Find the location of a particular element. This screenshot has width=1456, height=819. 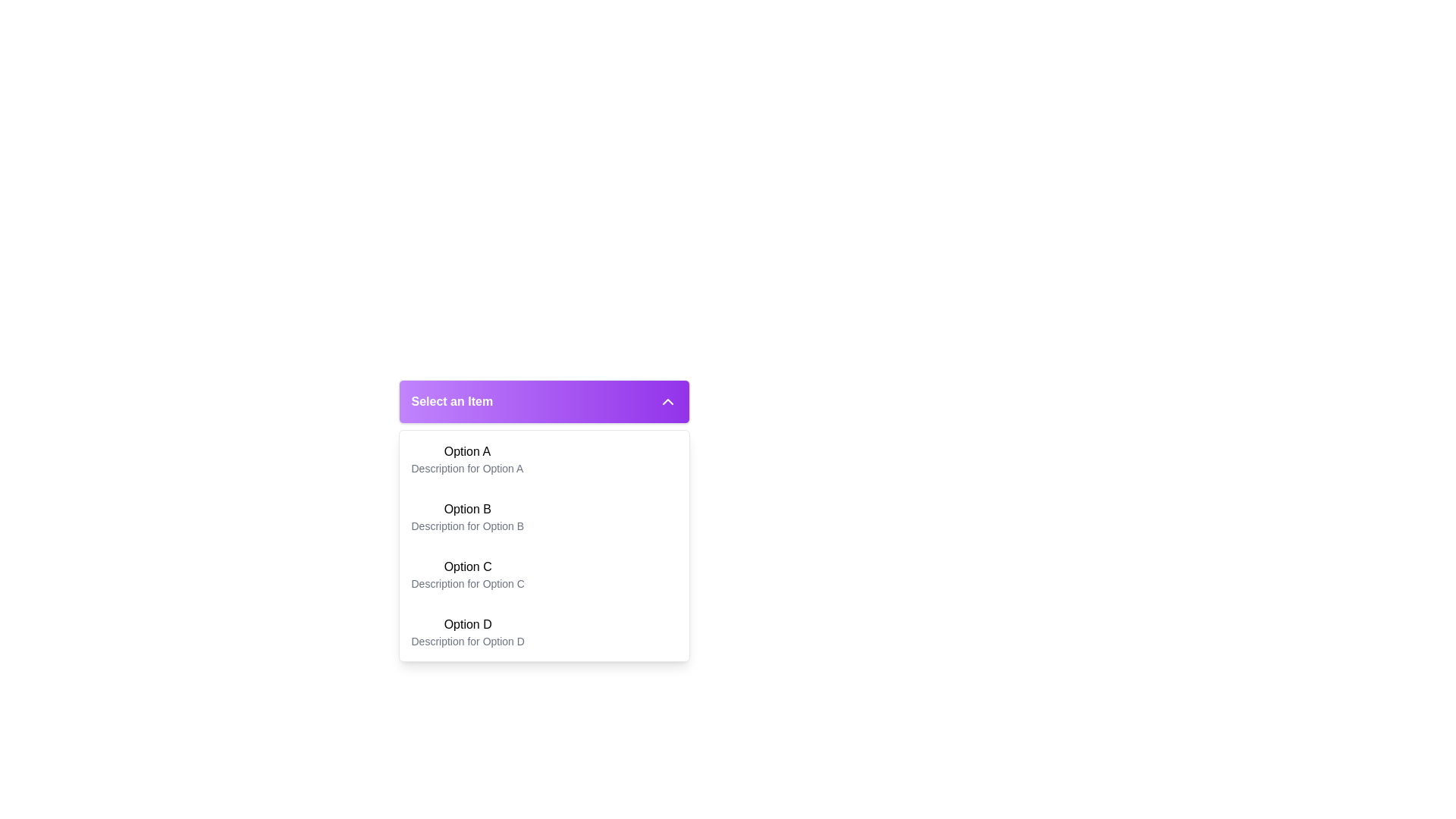

the text label that identifies the third selectable item in the dropdown list under the purple header labeled 'Select an Item' is located at coordinates (467, 567).